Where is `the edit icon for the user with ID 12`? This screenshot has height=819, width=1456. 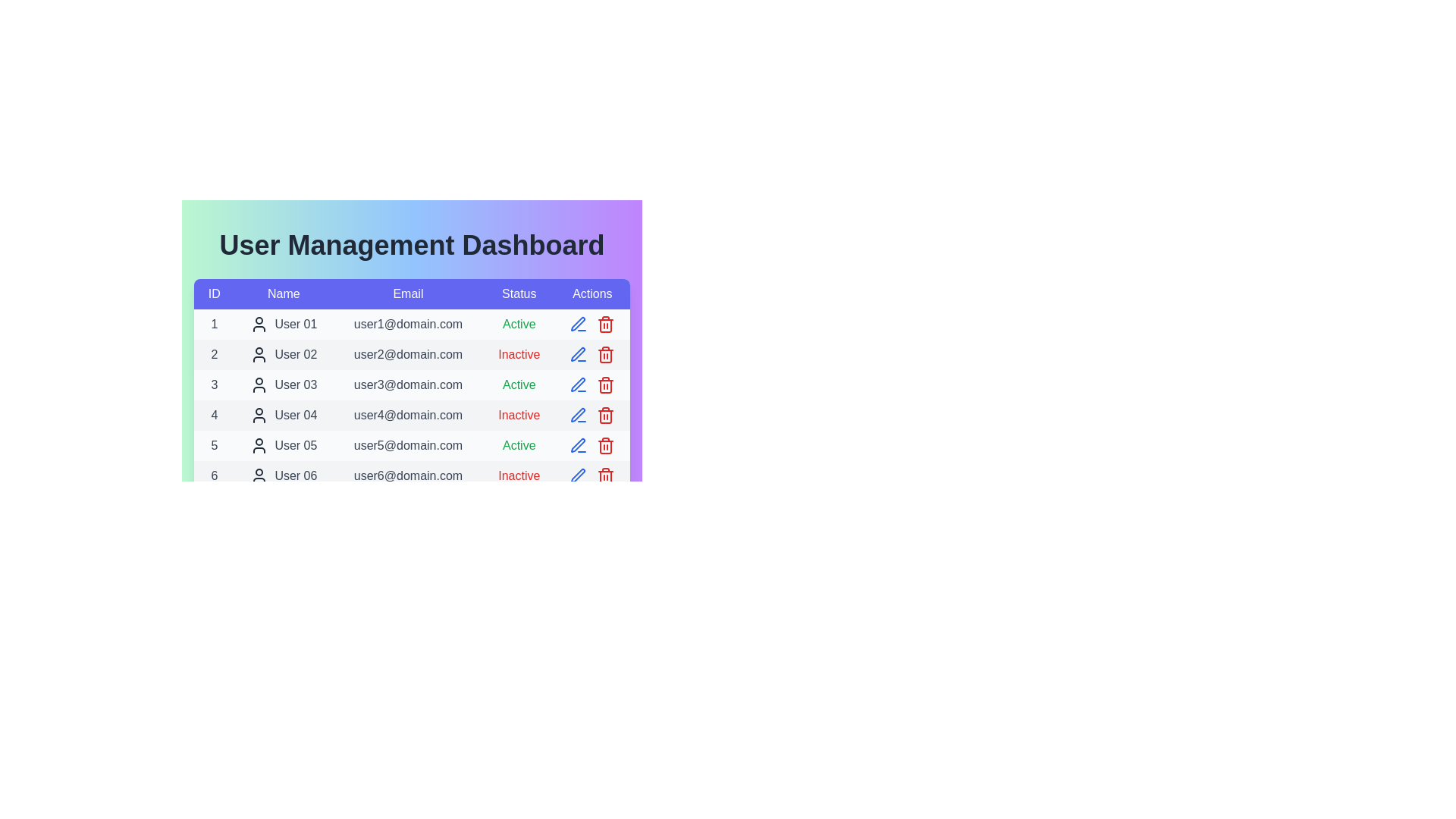
the edit icon for the user with ID 12 is located at coordinates (578, 657).